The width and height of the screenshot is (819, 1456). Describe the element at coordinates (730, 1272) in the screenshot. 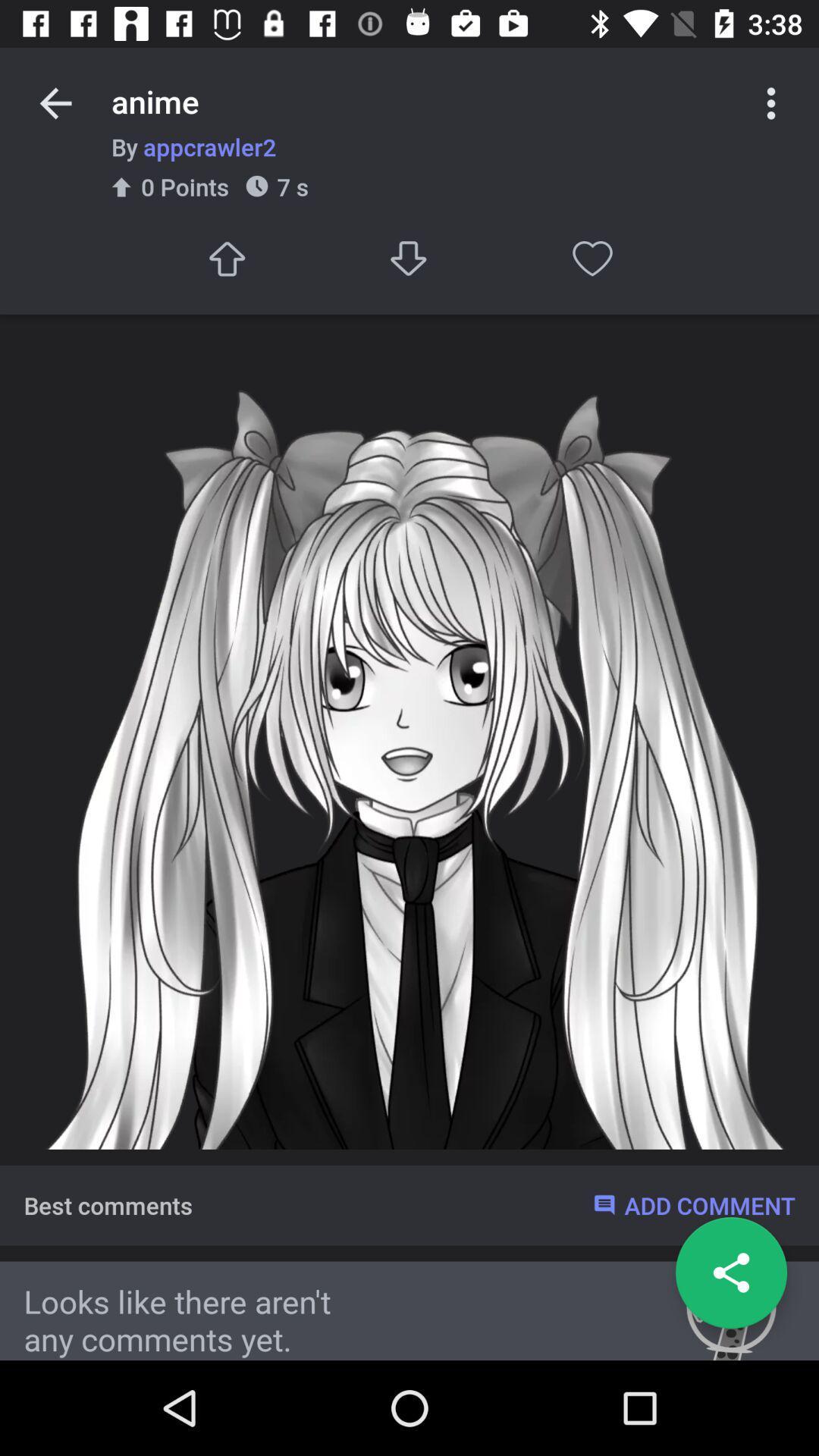

I see `the share icon` at that location.